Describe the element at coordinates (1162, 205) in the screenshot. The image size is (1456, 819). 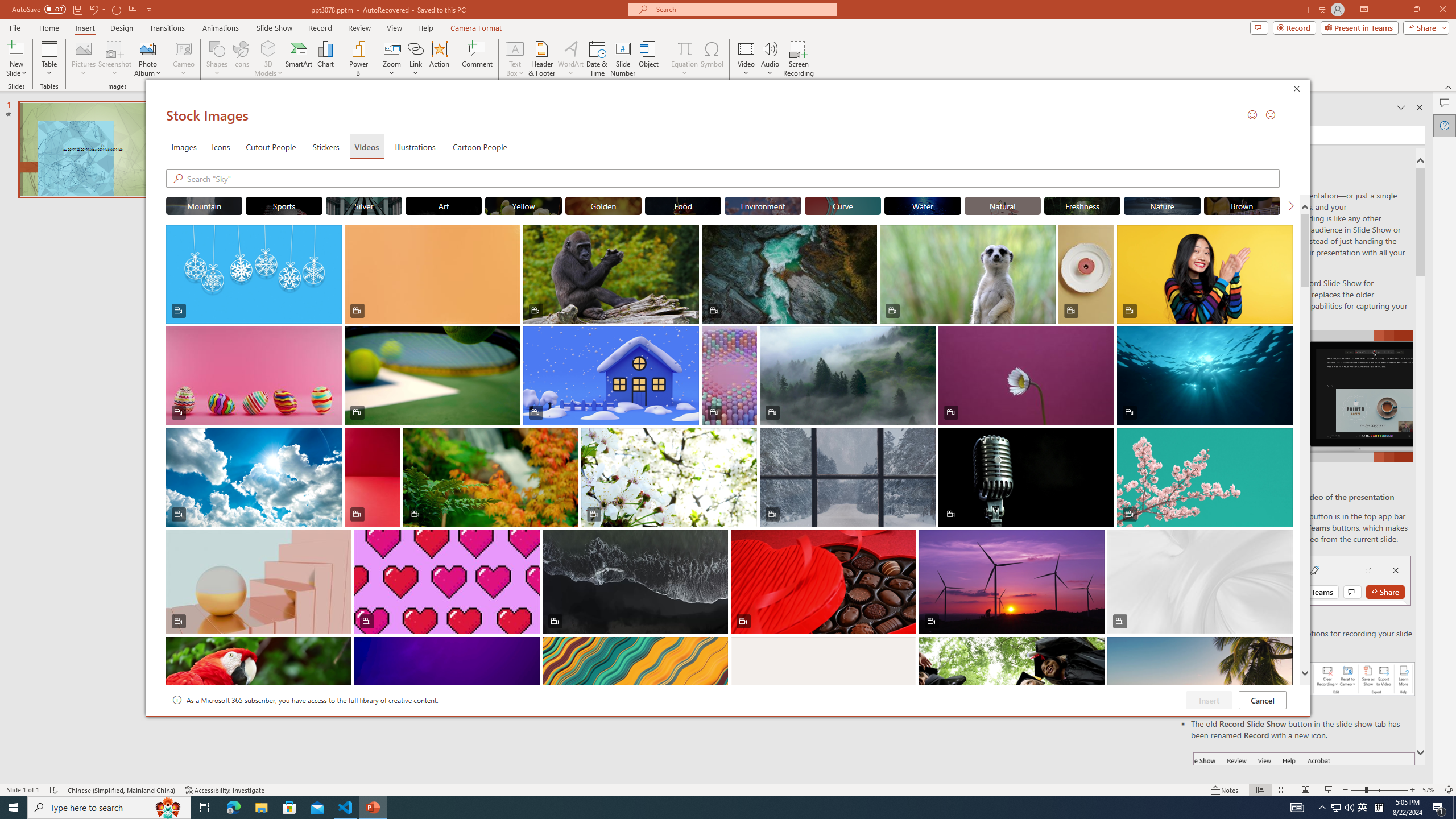
I see `'"Nature" Stock Videos.'` at that location.